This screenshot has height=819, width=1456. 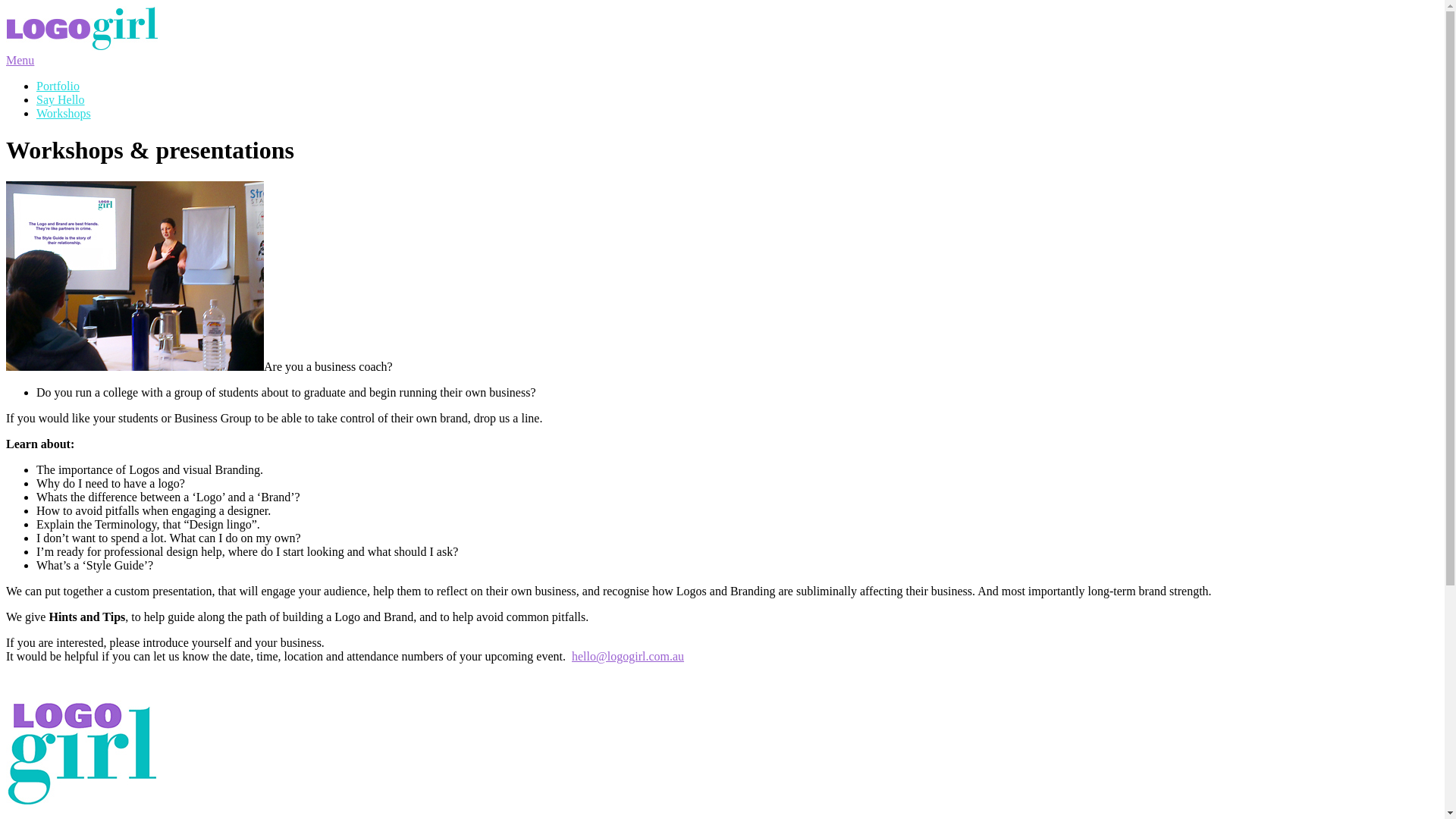 I want to click on 'Workshops', so click(x=62, y=112).